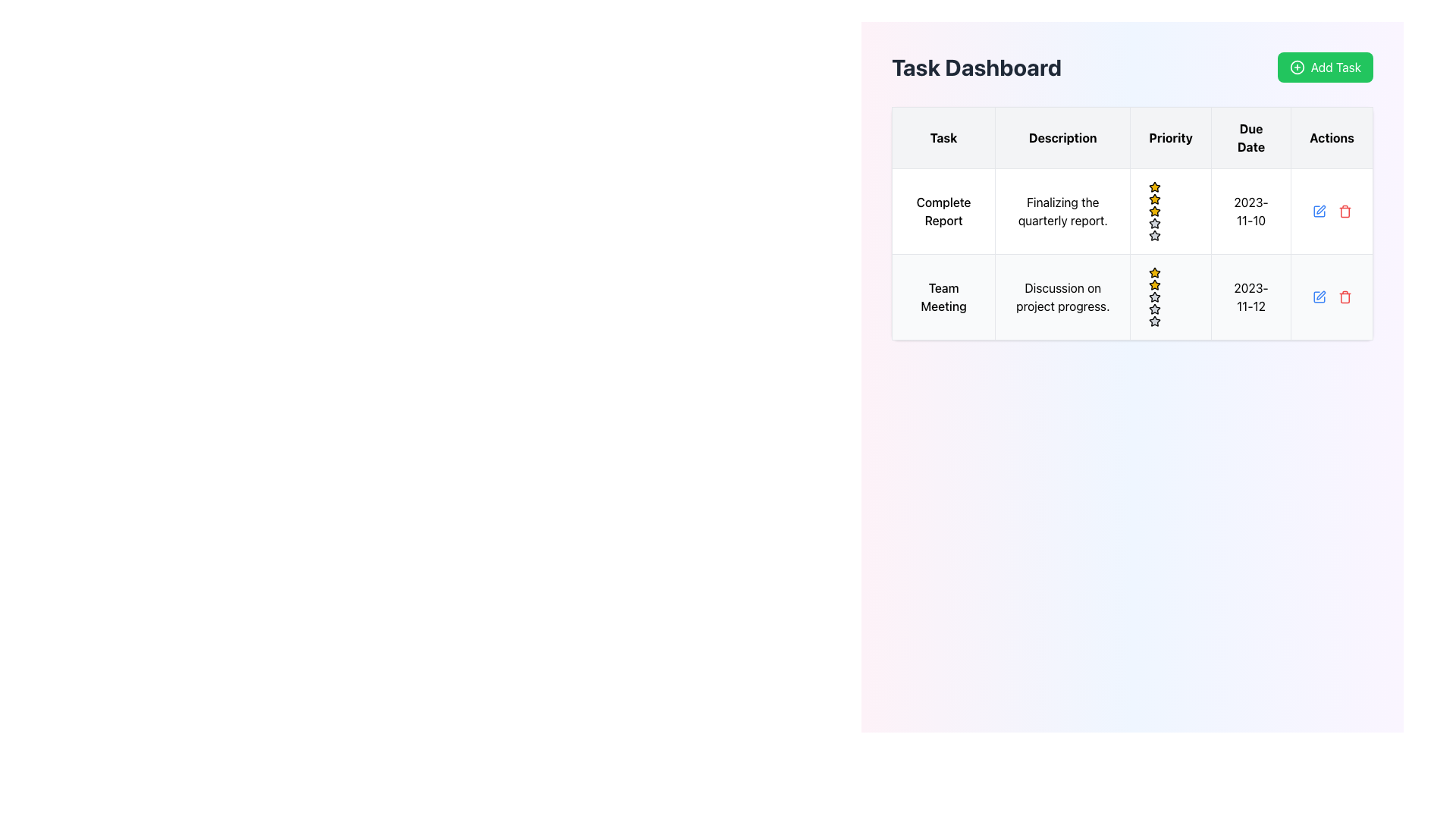 Image resolution: width=1456 pixels, height=819 pixels. I want to click on the small blue pen icon in the 'Actions' column of the second row to initiate edit mode for the row, so click(1318, 297).